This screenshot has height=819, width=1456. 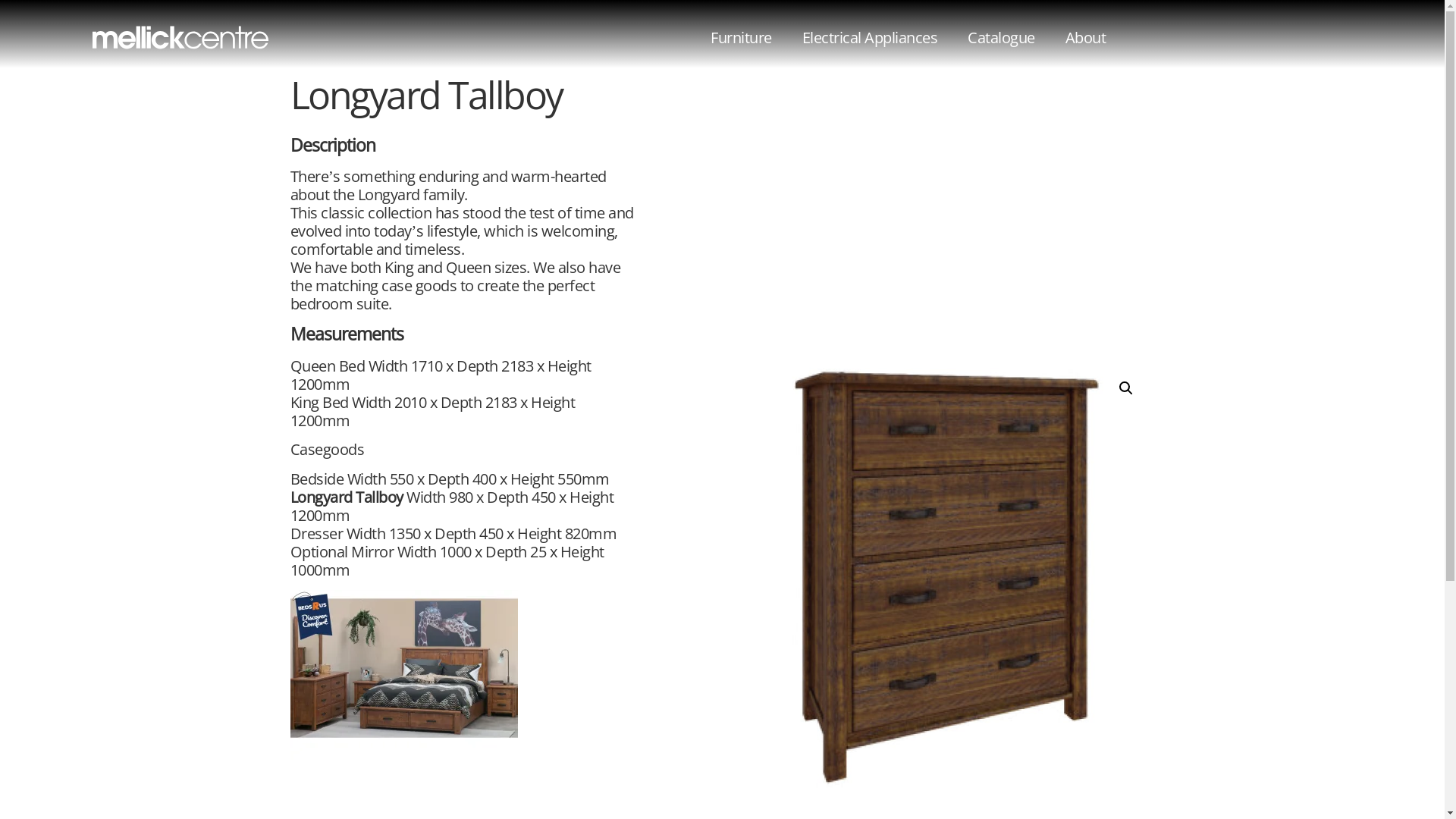 I want to click on 'Furniture', so click(x=741, y=37).